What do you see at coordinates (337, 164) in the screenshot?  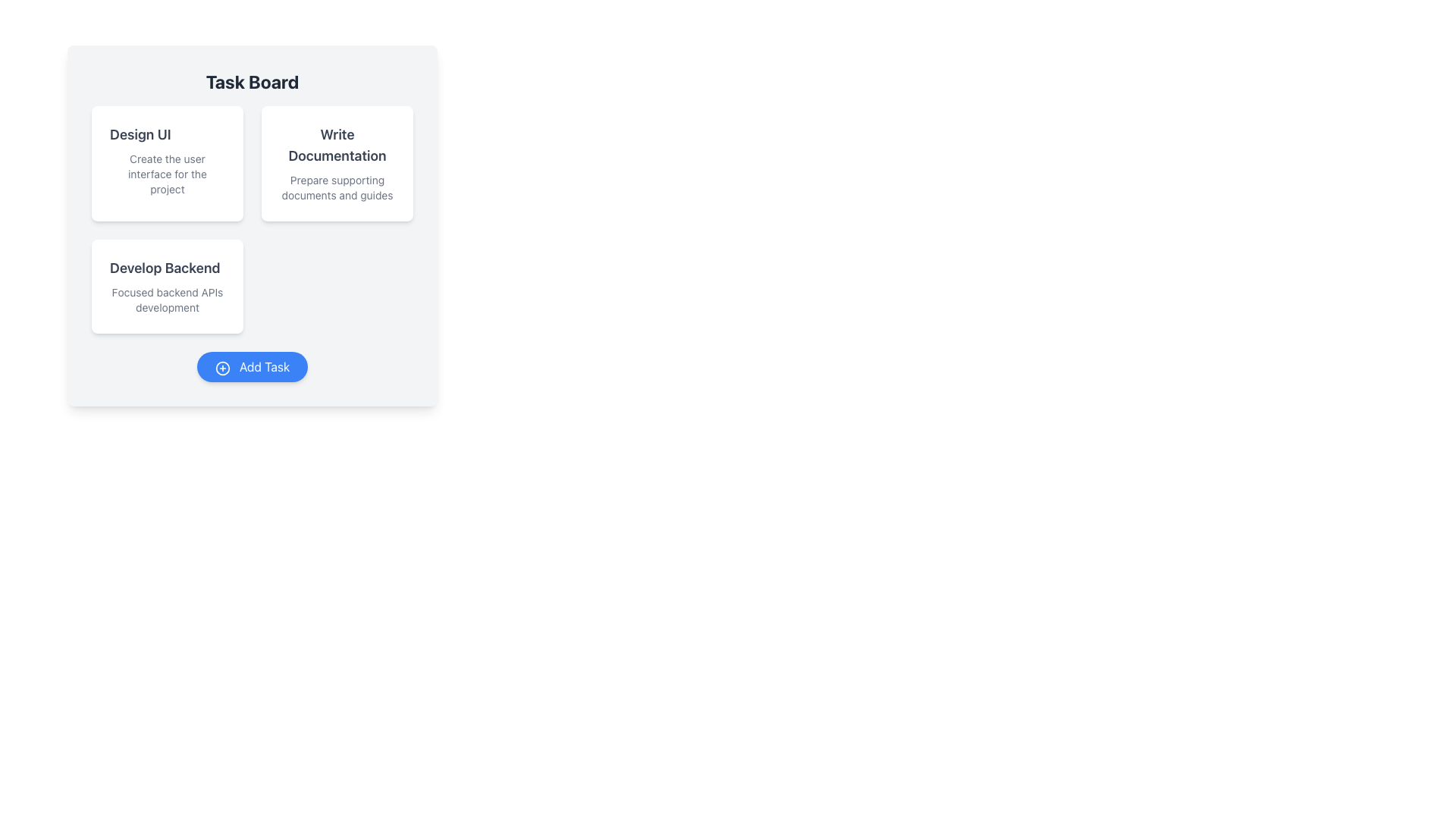 I see `the 'Write Documentation' card in the top right section of the grid layout` at bounding box center [337, 164].